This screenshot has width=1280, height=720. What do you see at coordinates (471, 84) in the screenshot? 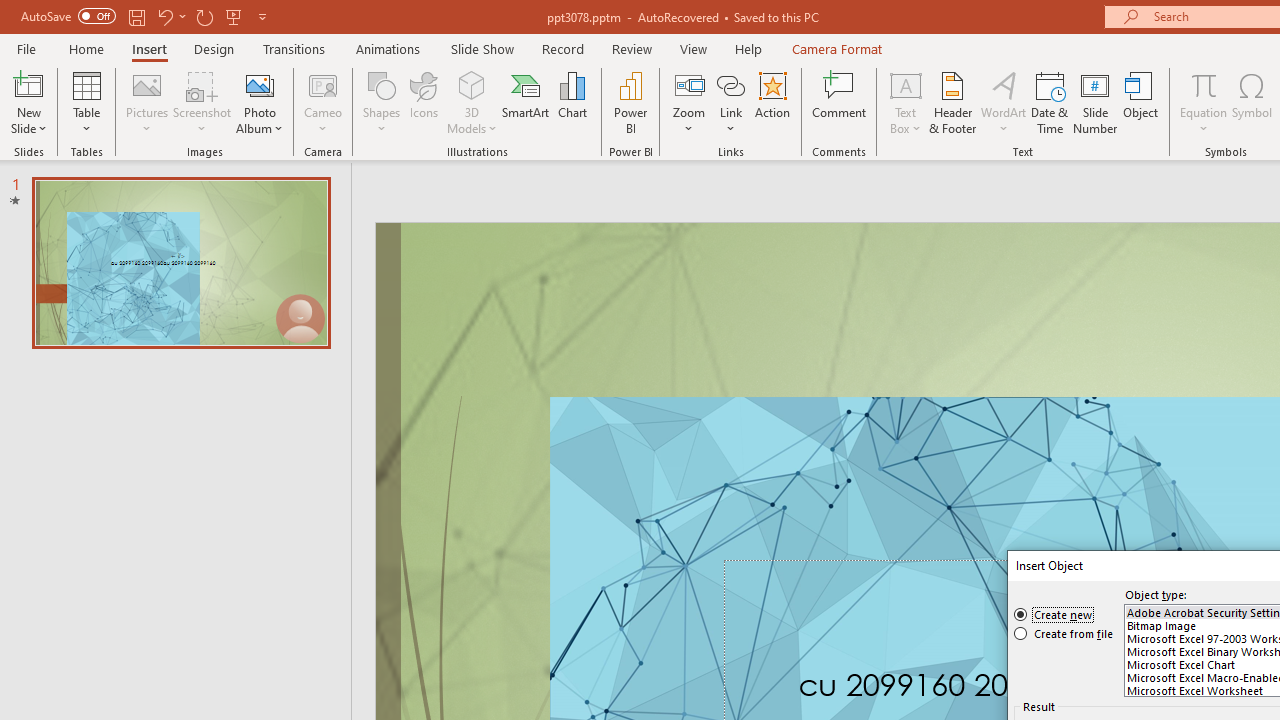
I see `'3D Models'` at bounding box center [471, 84].